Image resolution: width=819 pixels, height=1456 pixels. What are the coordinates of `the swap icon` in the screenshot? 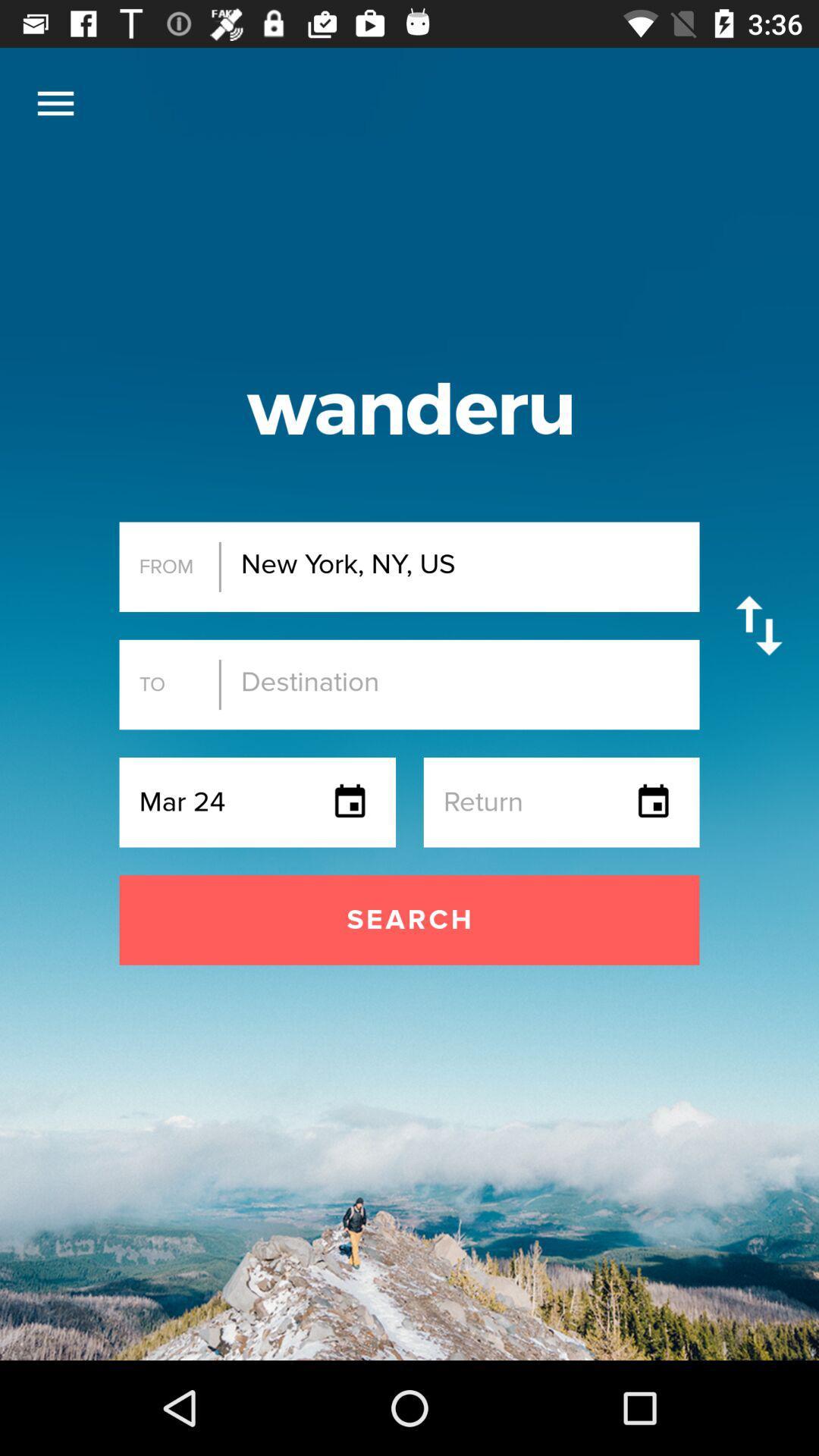 It's located at (759, 626).